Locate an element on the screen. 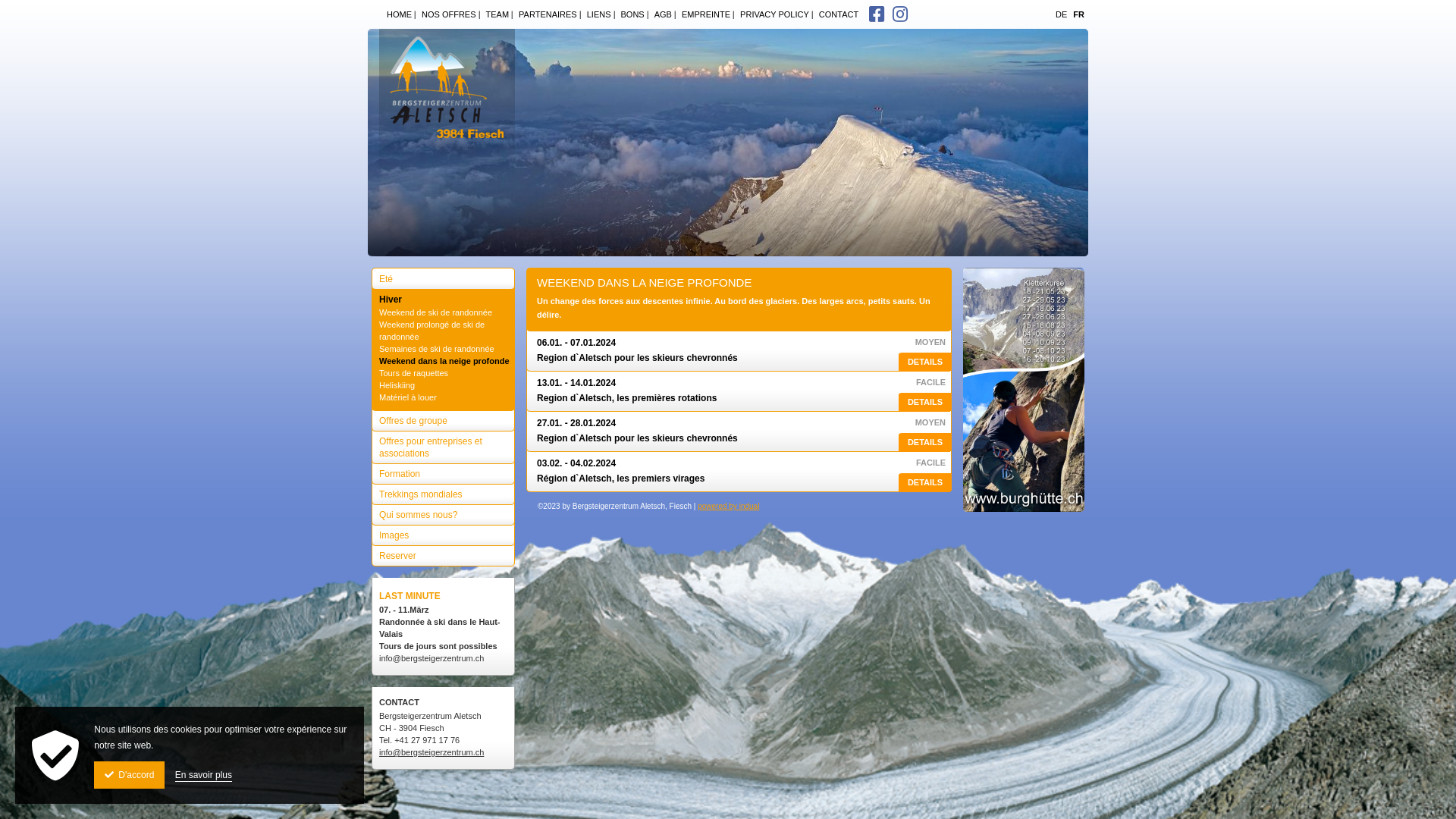 The image size is (1456, 819). 'TEAM' is located at coordinates (494, 14).